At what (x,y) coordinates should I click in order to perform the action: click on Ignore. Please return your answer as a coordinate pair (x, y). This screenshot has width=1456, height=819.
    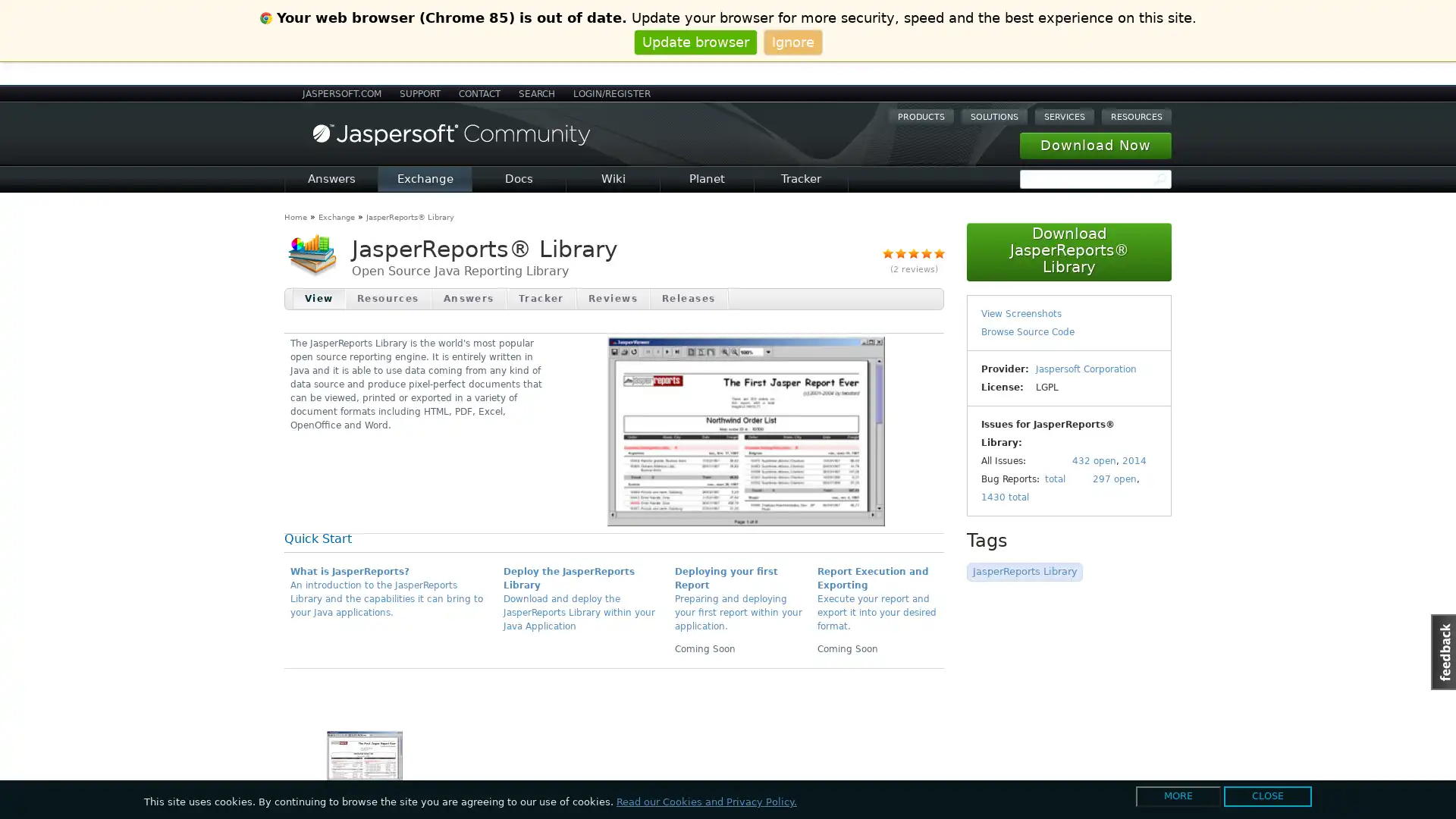
    Looking at the image, I should click on (792, 41).